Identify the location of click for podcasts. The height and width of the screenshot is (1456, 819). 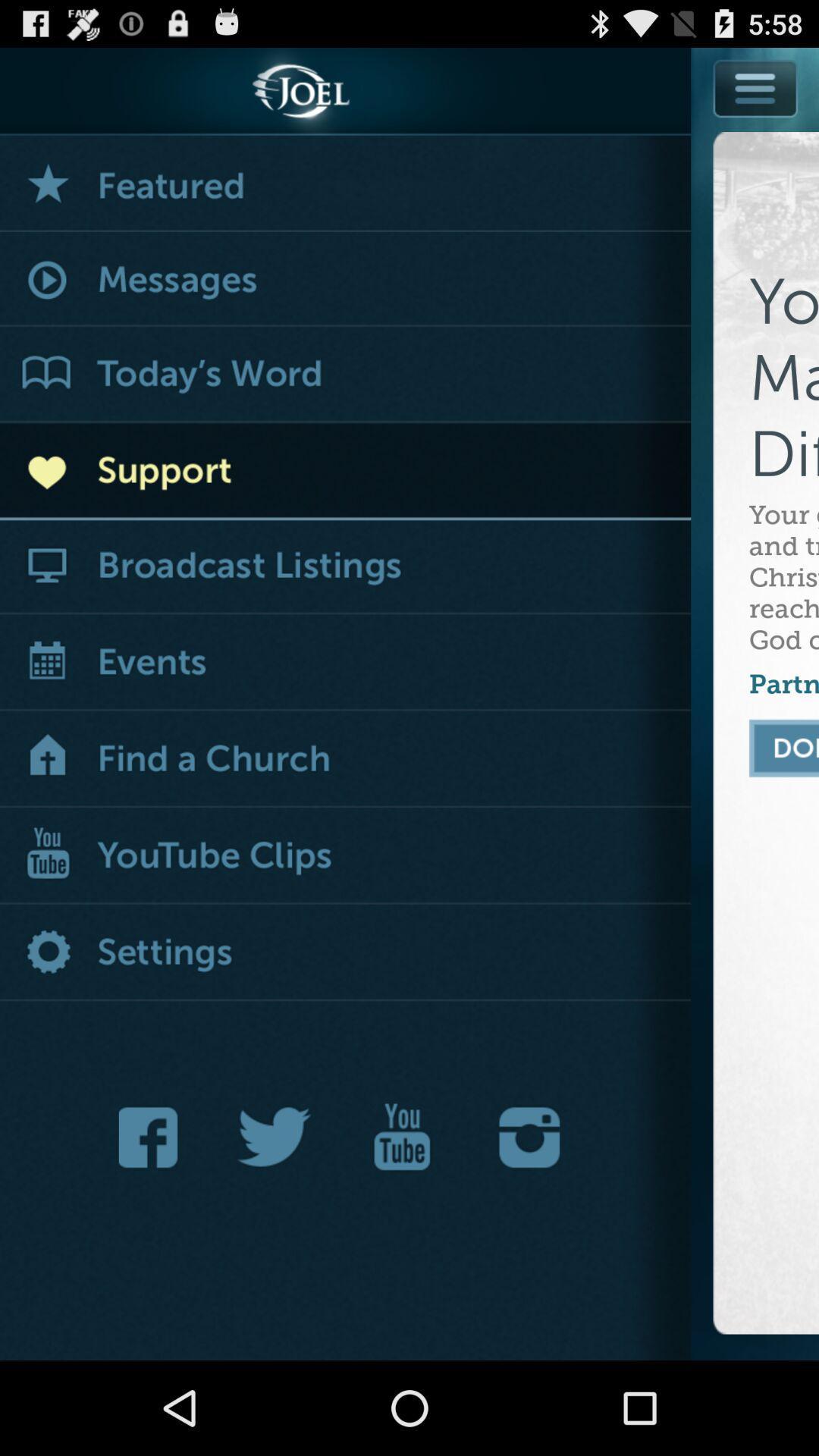
(345, 566).